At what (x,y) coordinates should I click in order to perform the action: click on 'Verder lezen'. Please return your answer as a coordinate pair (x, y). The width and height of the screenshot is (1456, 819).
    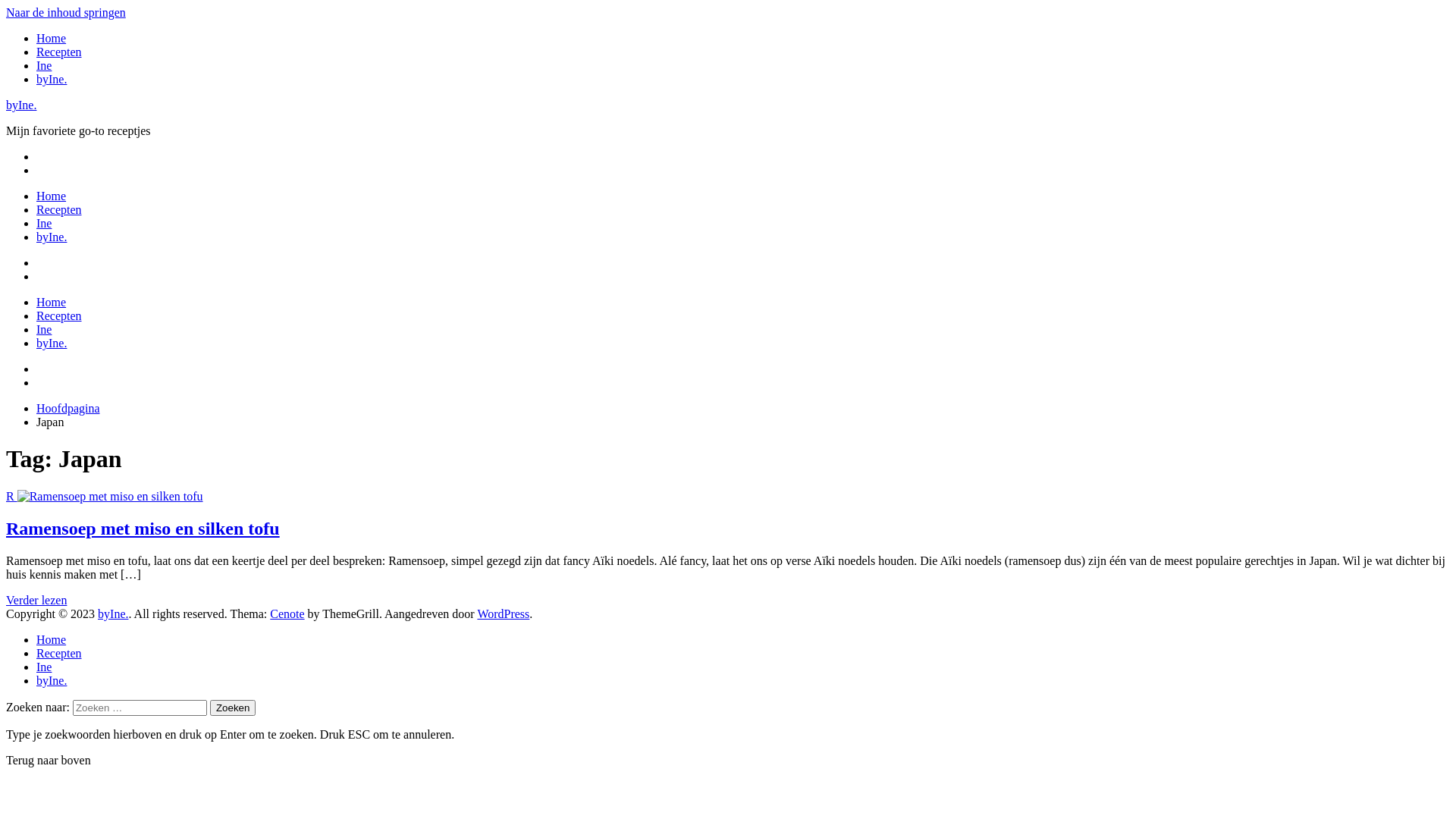
    Looking at the image, I should click on (36, 599).